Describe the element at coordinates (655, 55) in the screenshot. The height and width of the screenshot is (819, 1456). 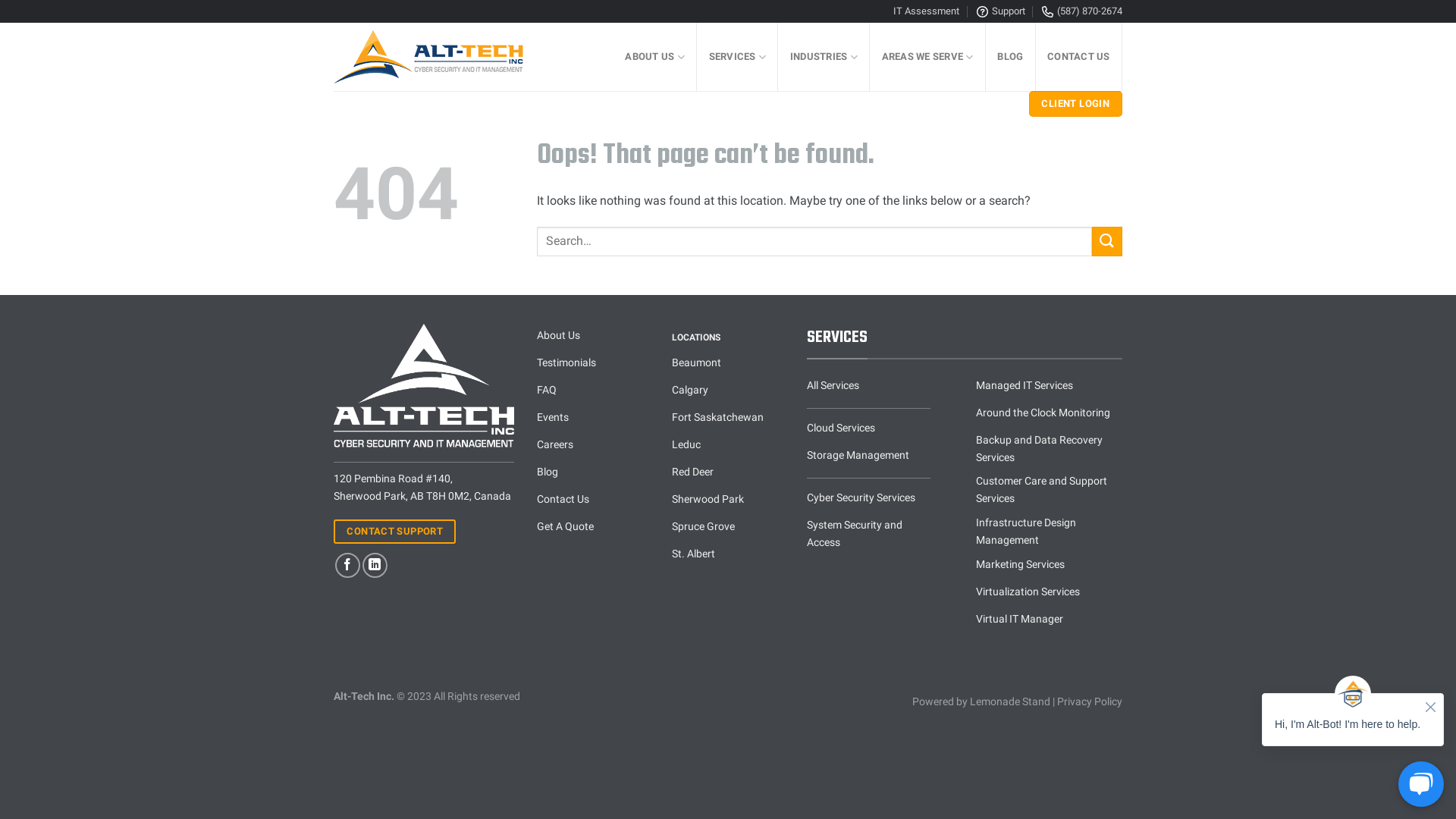
I see `'ABOUT US'` at that location.